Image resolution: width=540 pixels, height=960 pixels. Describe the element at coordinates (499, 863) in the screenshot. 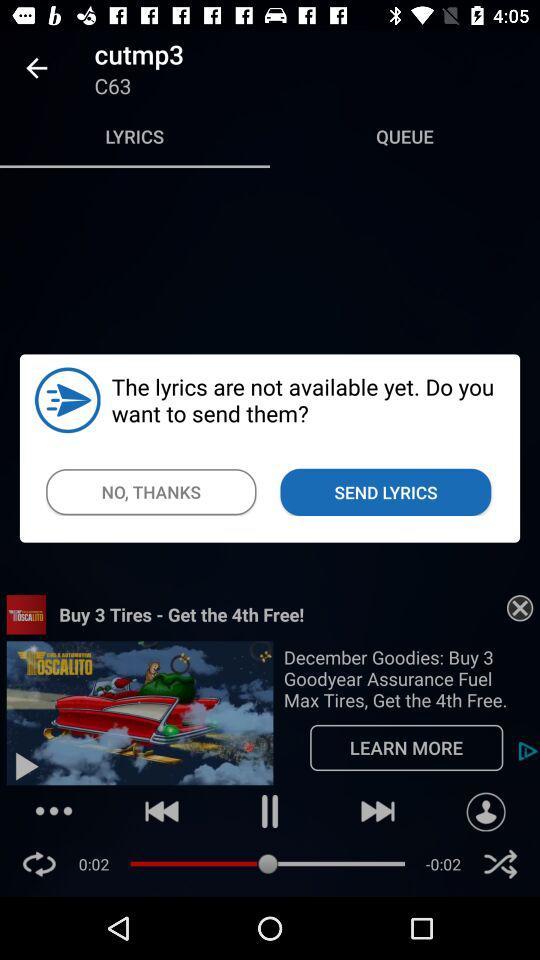

I see `the shuffle icon at the bottom right most corner of the page` at that location.